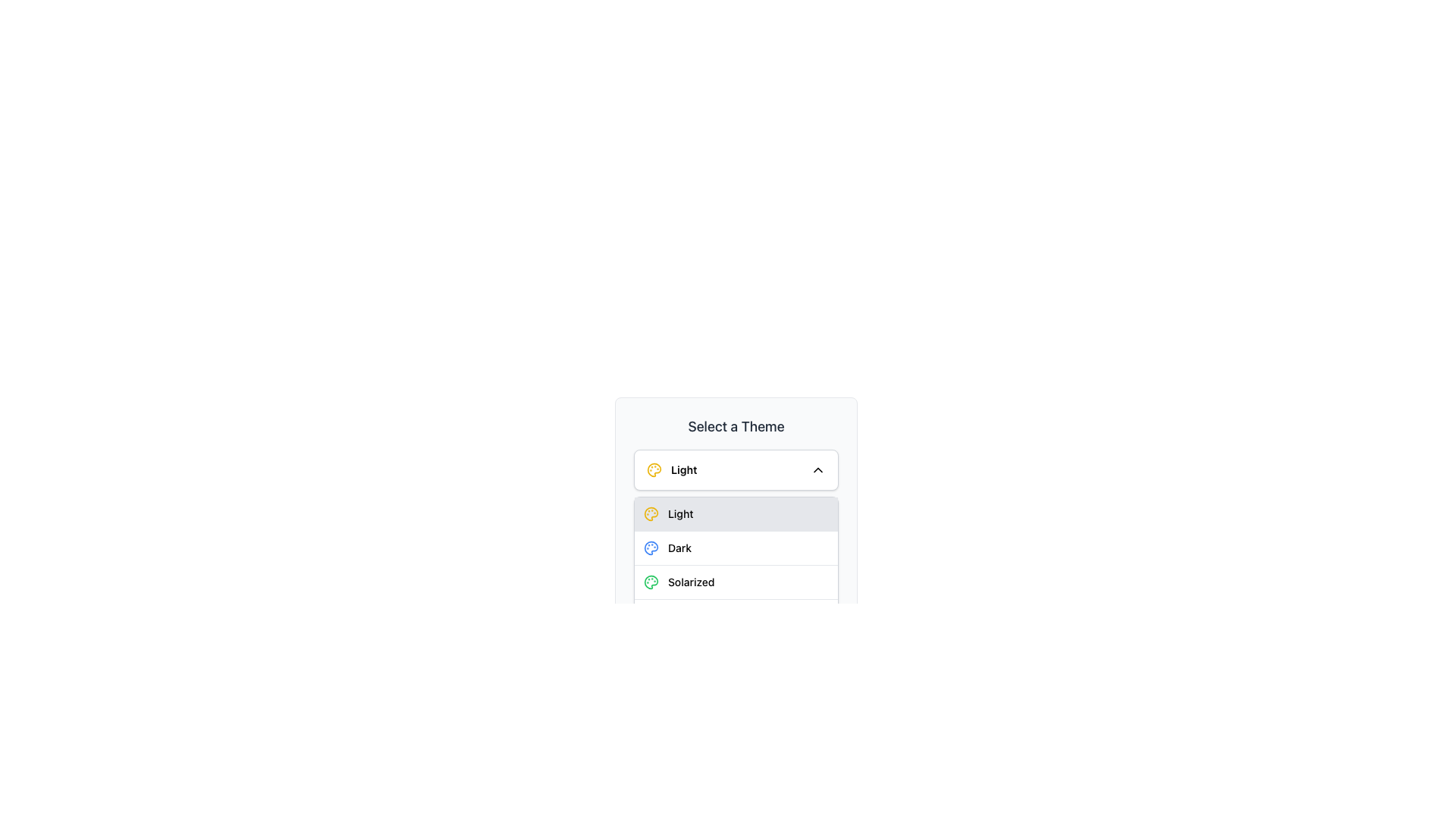 The width and height of the screenshot is (1456, 819). Describe the element at coordinates (679, 513) in the screenshot. I see `the 'Light' theme selection label within the dropdown menu, which is highlighted and located under 'Select a Theme' with a palette icon adjacent to it` at that location.